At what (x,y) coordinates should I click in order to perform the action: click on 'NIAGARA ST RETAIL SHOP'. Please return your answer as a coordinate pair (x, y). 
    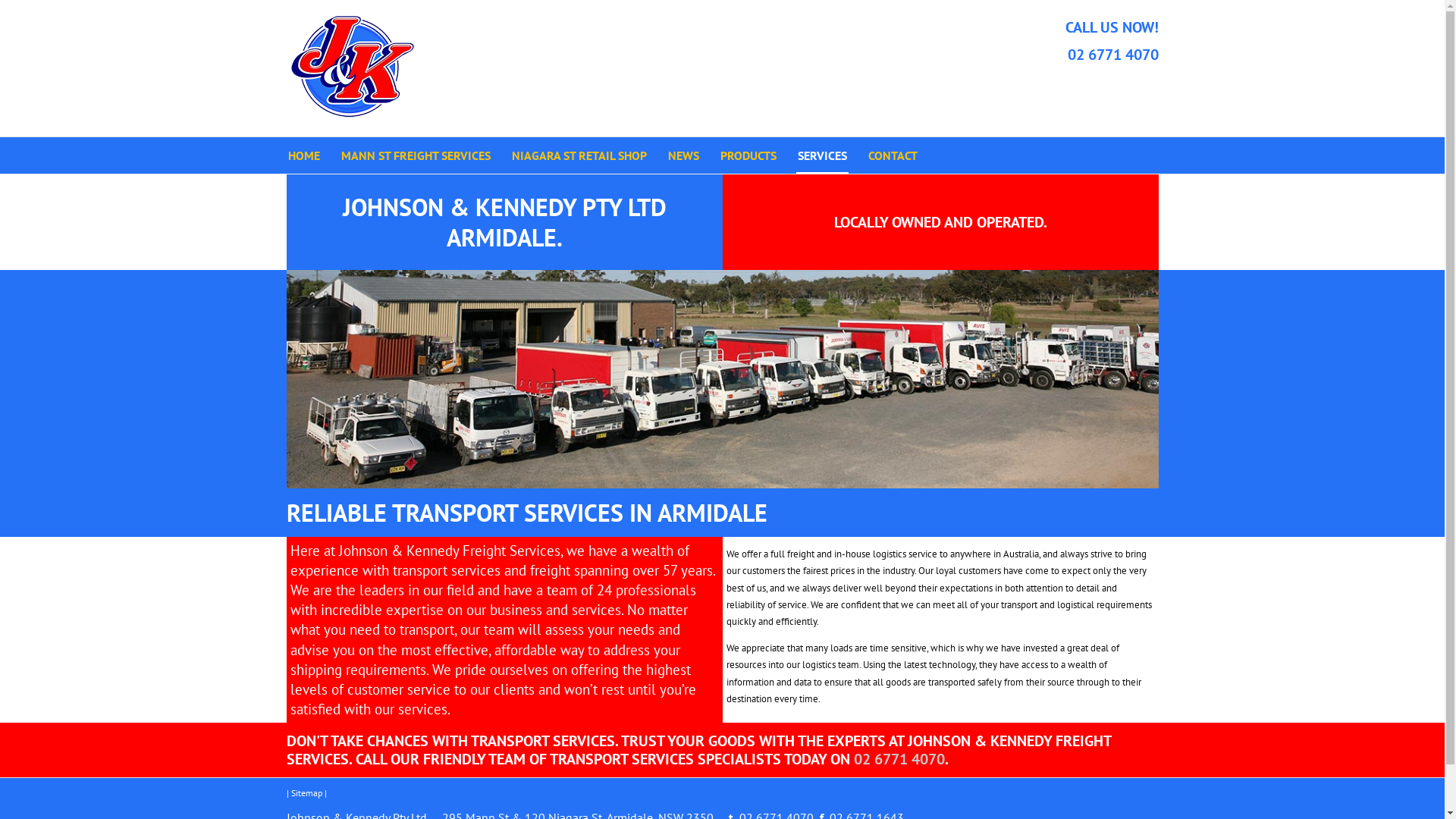
    Looking at the image, I should click on (578, 155).